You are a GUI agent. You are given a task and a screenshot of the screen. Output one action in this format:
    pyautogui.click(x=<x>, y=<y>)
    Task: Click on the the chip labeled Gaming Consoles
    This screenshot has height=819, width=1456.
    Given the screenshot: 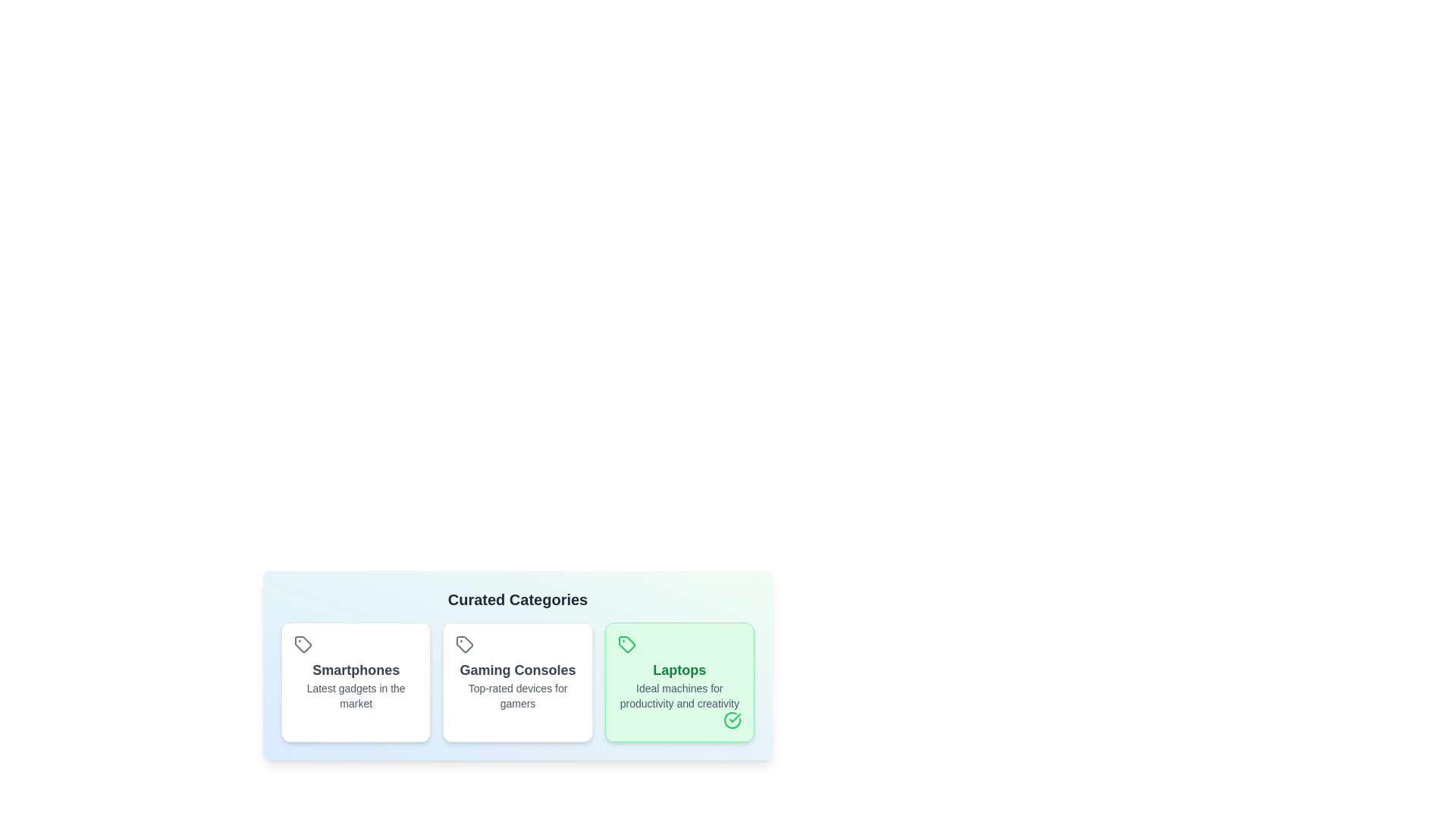 What is the action you would take?
    pyautogui.click(x=517, y=681)
    